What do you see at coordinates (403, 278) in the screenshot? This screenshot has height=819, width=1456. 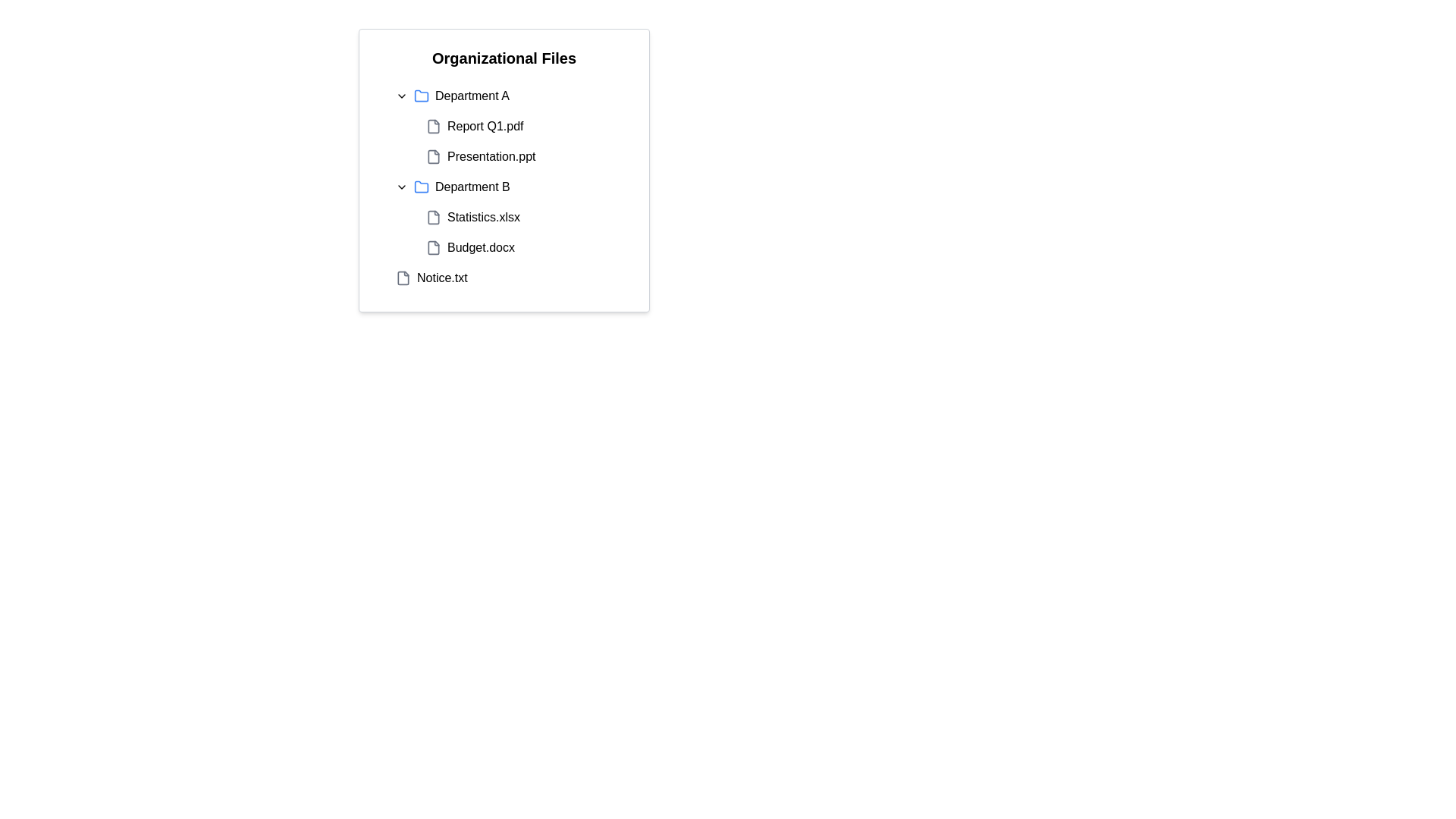 I see `the file icon represented as a stylized document sheet, which is located to the left of the file labeled 'Notice.txt' in the 'Organizational Files' section` at bounding box center [403, 278].